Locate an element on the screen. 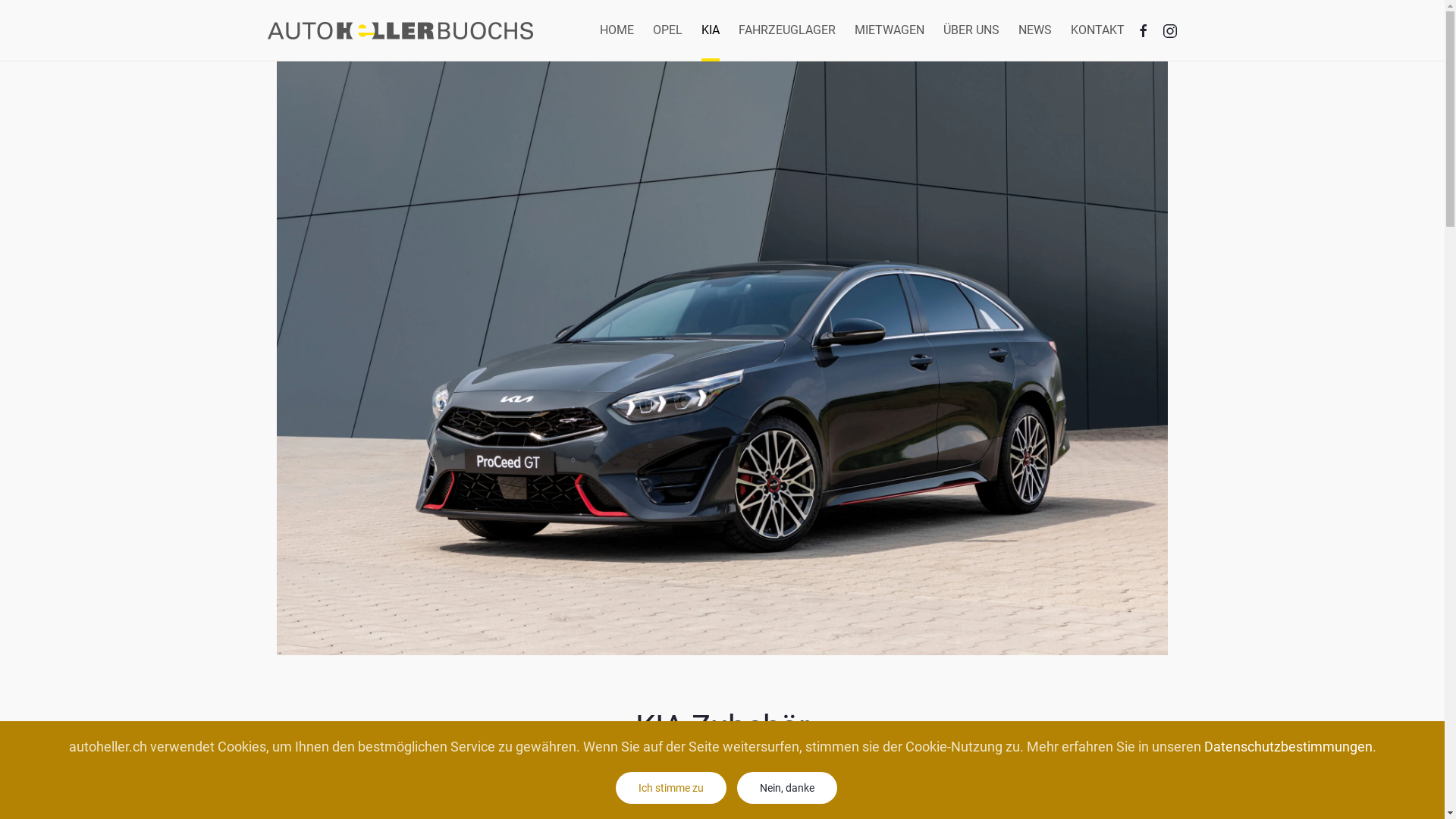 This screenshot has height=819, width=1456. 'FAHRZEUGLAGER' is located at coordinates (739, 30).